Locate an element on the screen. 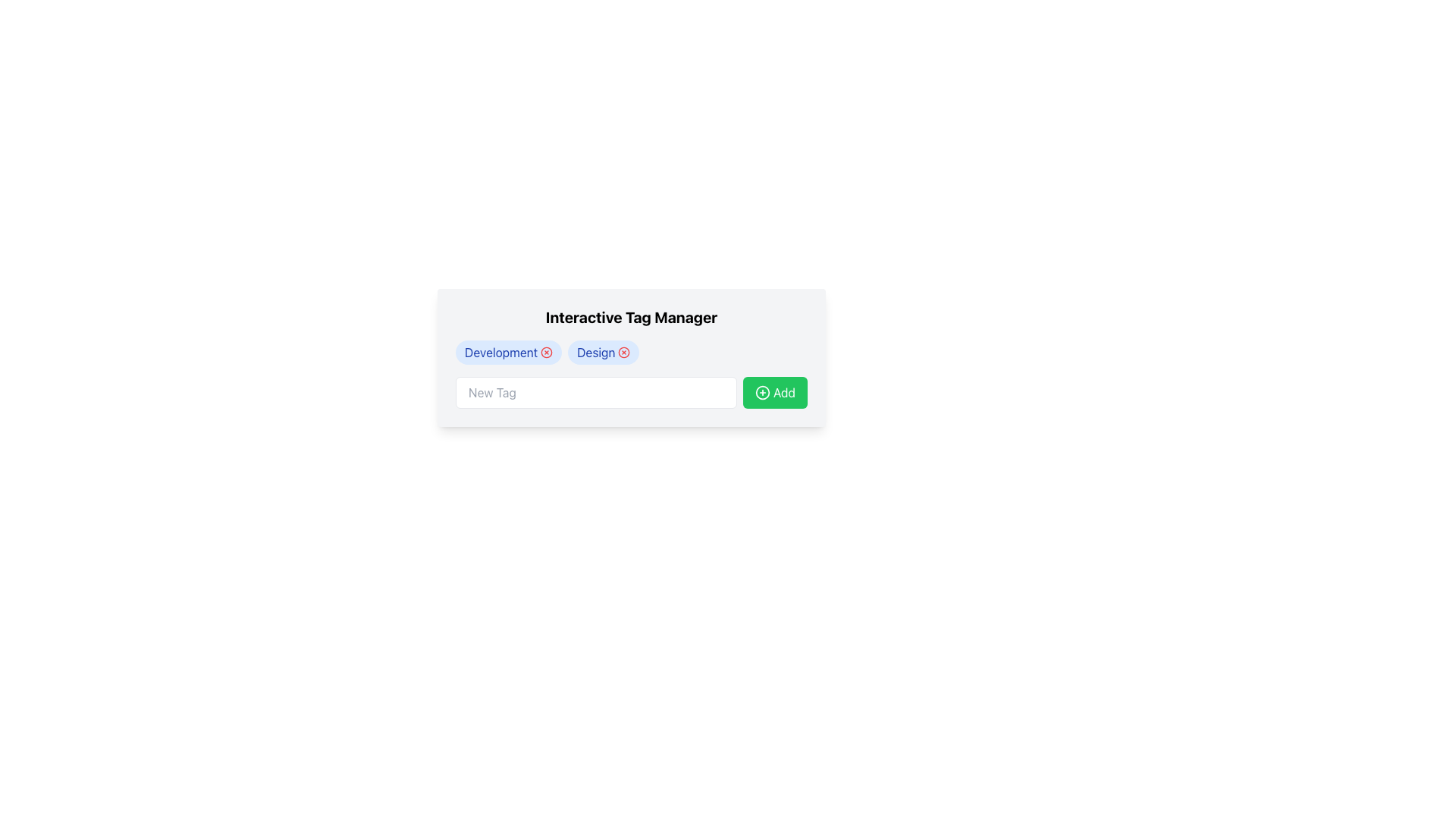 Image resolution: width=1456 pixels, height=819 pixels. the 'Design' tag label located in the second tag badge within the horizontal stack, positioned to the right of the 'Development' badge is located at coordinates (595, 353).